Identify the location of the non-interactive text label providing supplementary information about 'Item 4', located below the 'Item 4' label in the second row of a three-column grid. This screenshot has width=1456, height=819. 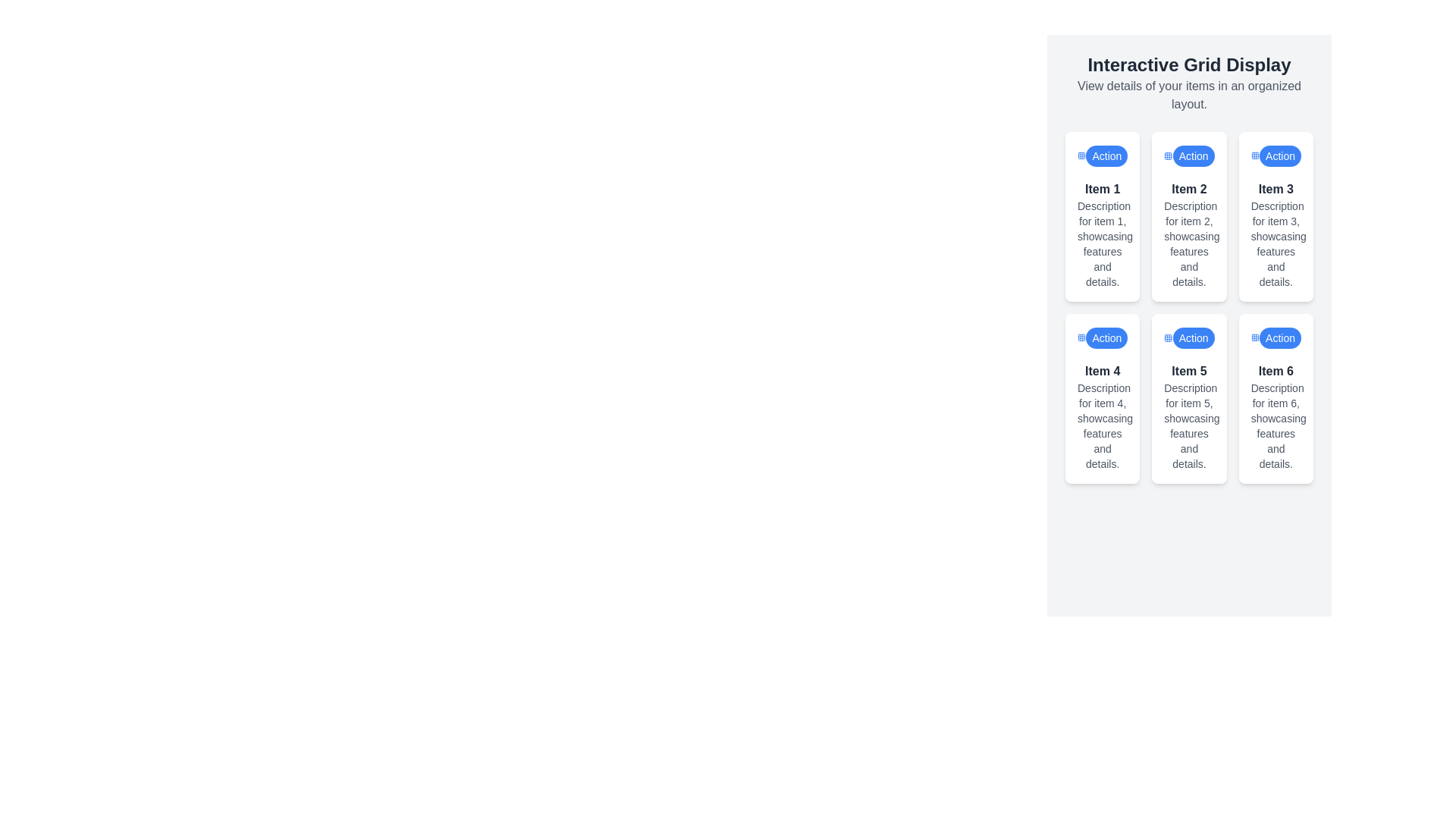
(1103, 426).